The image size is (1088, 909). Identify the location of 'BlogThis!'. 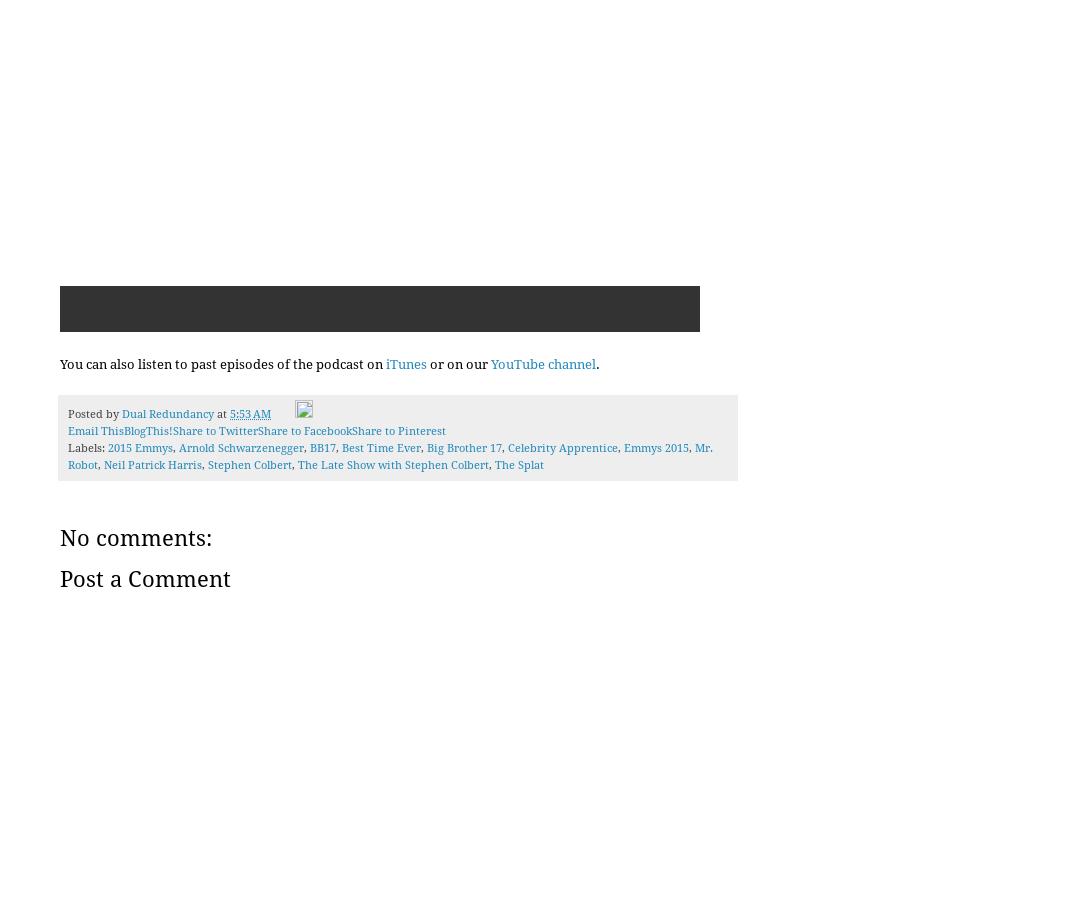
(124, 429).